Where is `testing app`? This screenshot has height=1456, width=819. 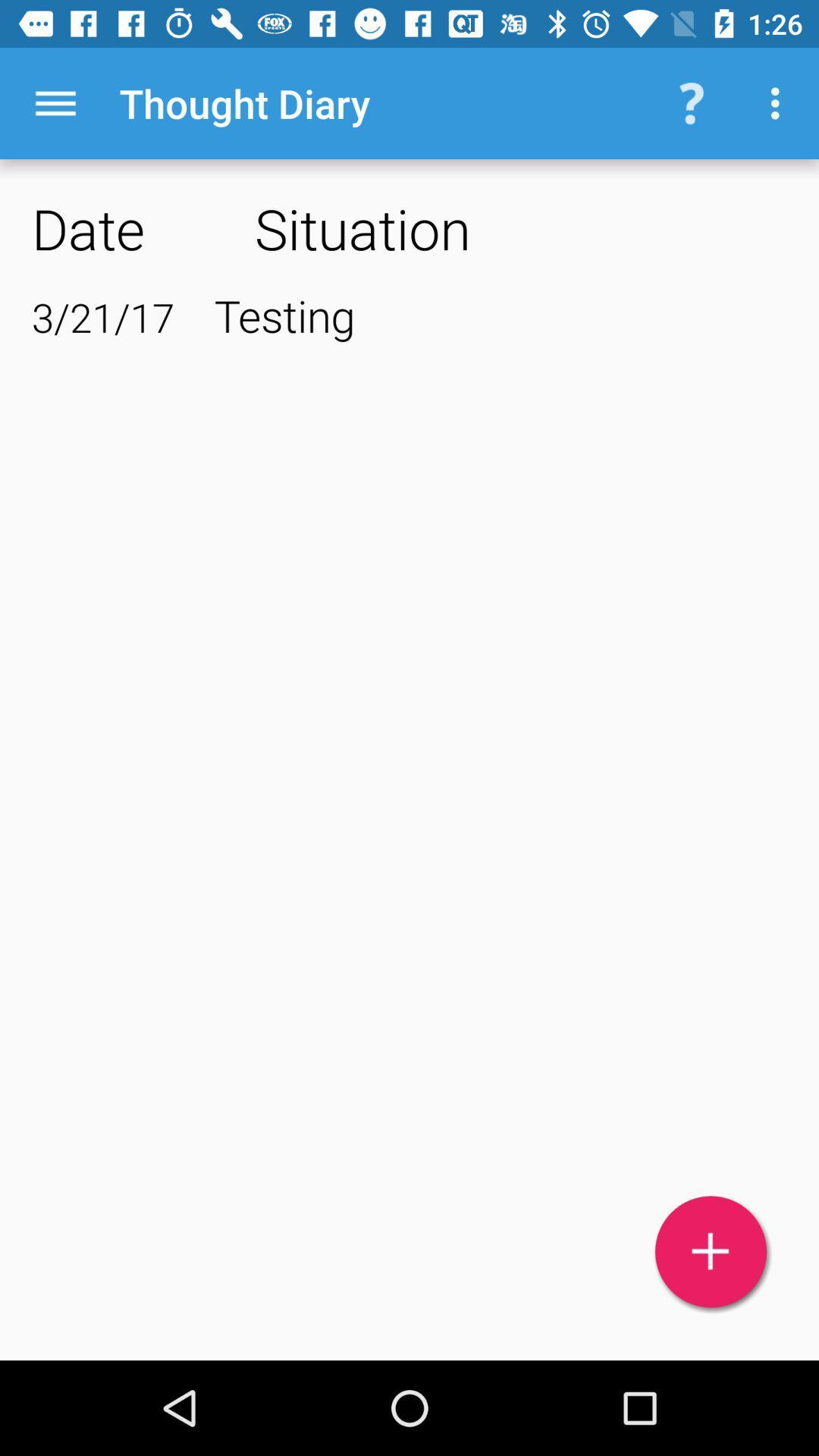 testing app is located at coordinates (500, 314).